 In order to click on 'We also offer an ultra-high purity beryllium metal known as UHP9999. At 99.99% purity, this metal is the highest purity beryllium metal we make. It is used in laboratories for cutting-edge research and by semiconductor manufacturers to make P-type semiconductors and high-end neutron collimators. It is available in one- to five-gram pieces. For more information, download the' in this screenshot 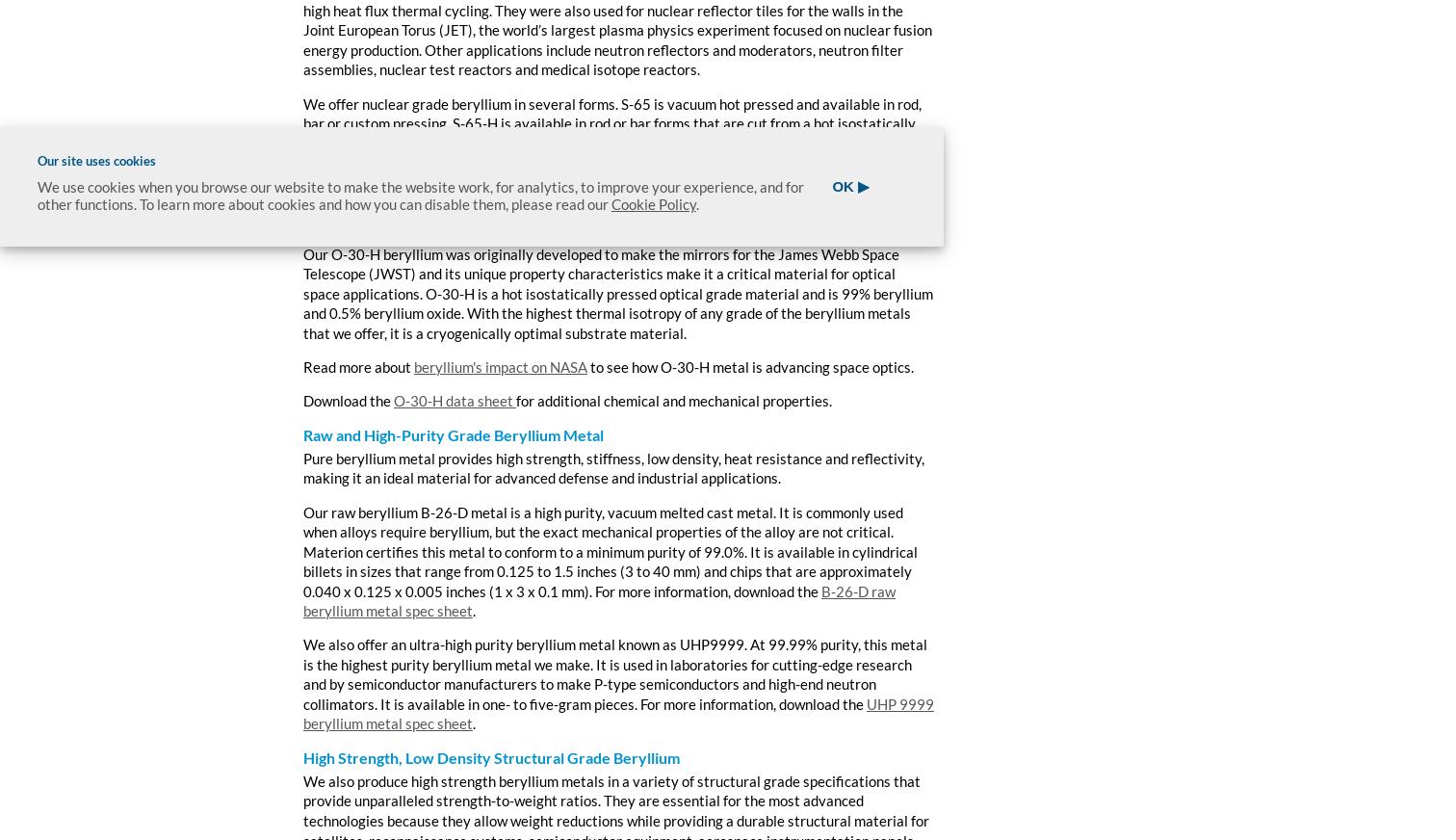, I will do `click(614, 673)`.